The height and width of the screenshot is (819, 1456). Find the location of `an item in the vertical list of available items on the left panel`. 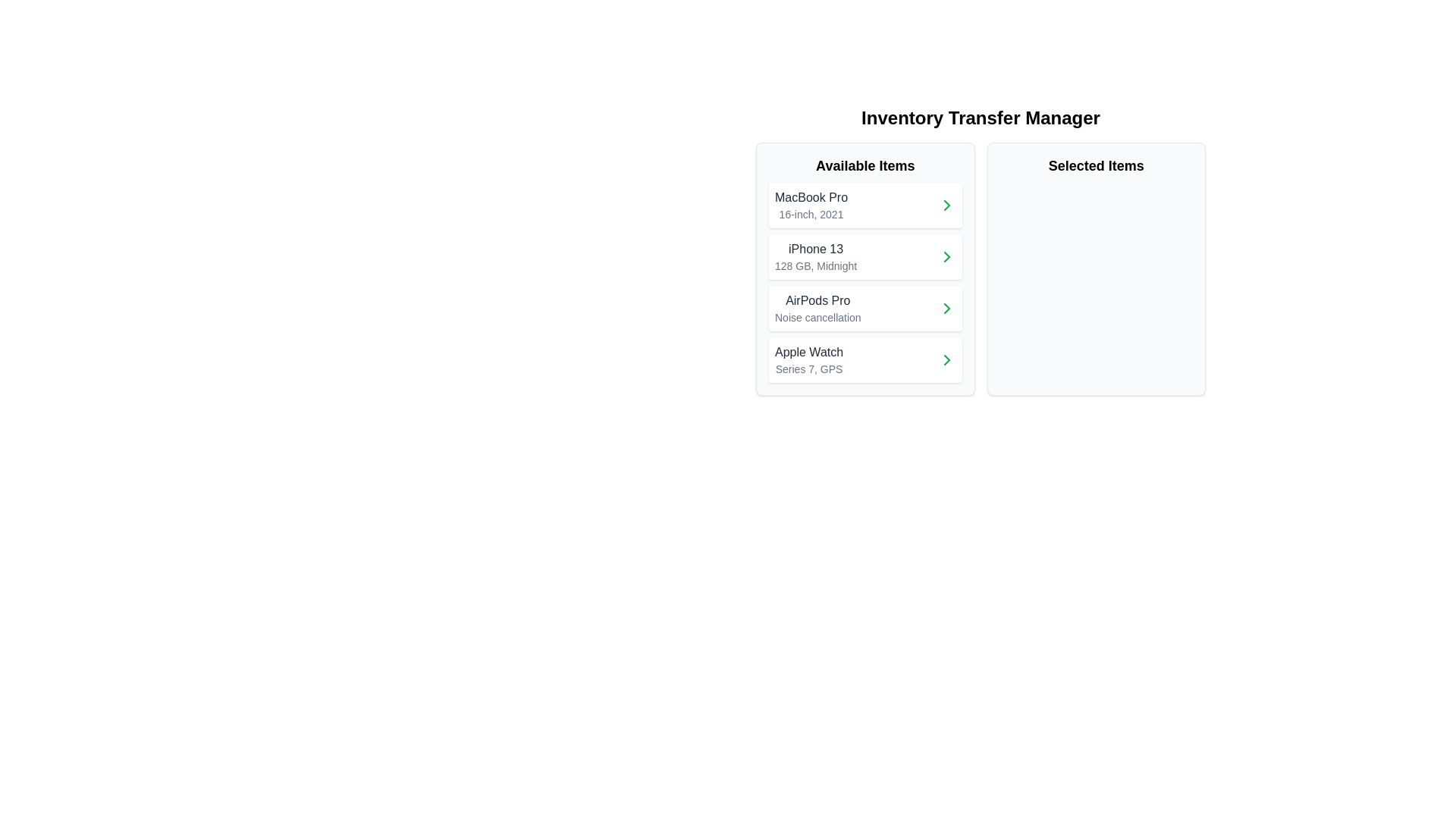

an item in the vertical list of available items on the left panel is located at coordinates (865, 283).